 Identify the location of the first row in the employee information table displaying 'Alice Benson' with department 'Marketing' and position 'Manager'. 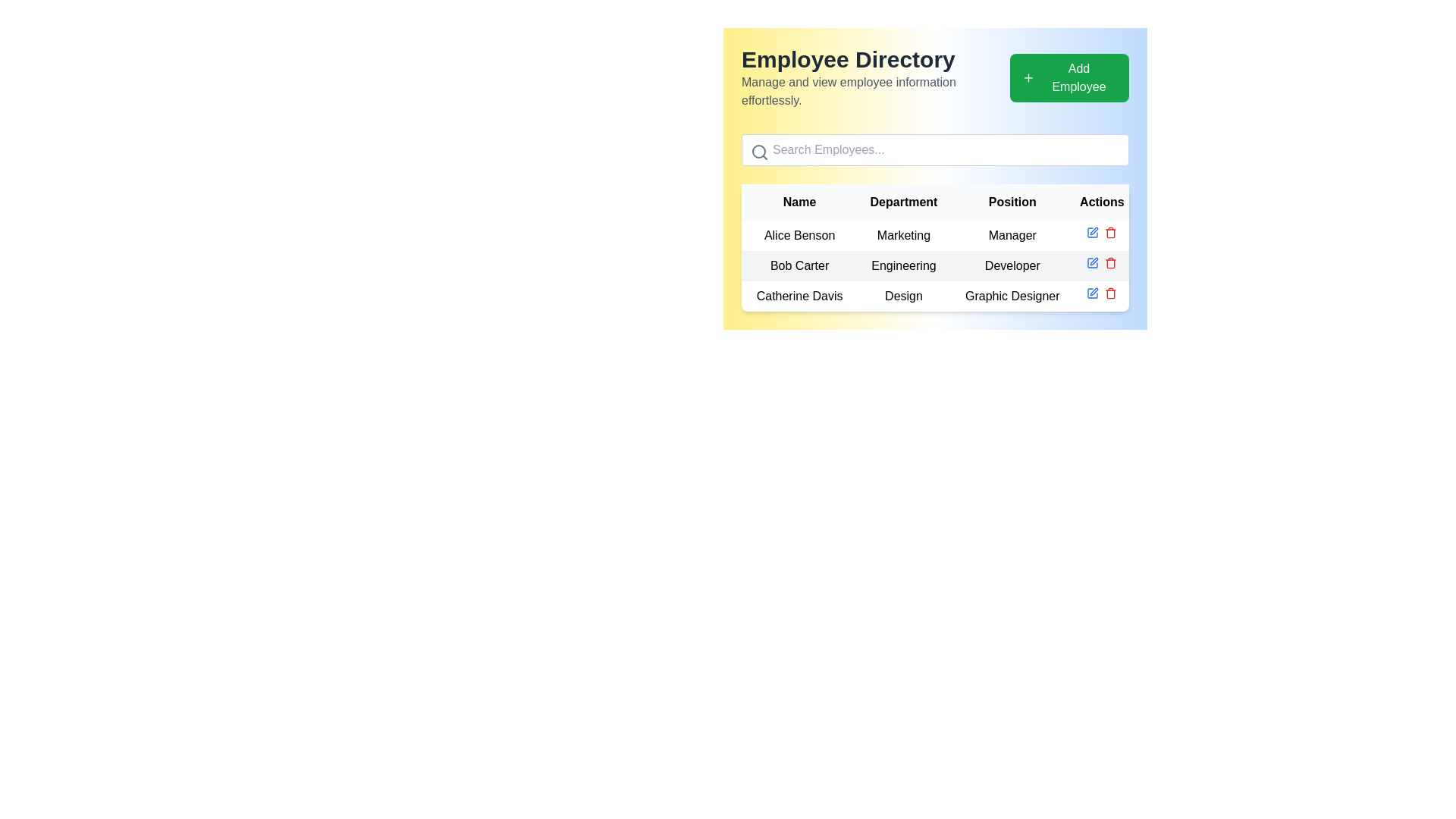
(934, 247).